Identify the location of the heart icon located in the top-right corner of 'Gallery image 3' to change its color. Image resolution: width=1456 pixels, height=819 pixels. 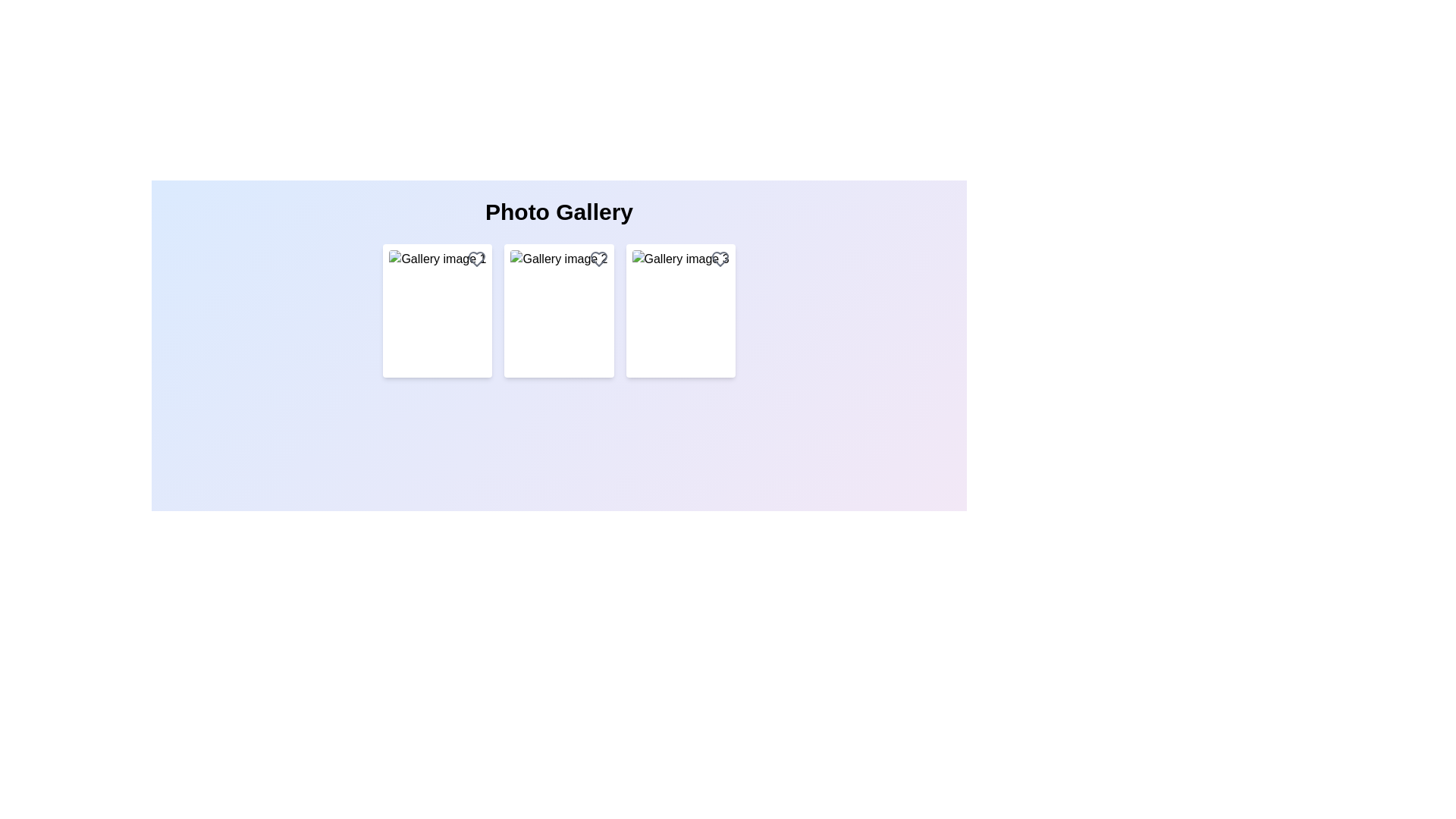
(719, 259).